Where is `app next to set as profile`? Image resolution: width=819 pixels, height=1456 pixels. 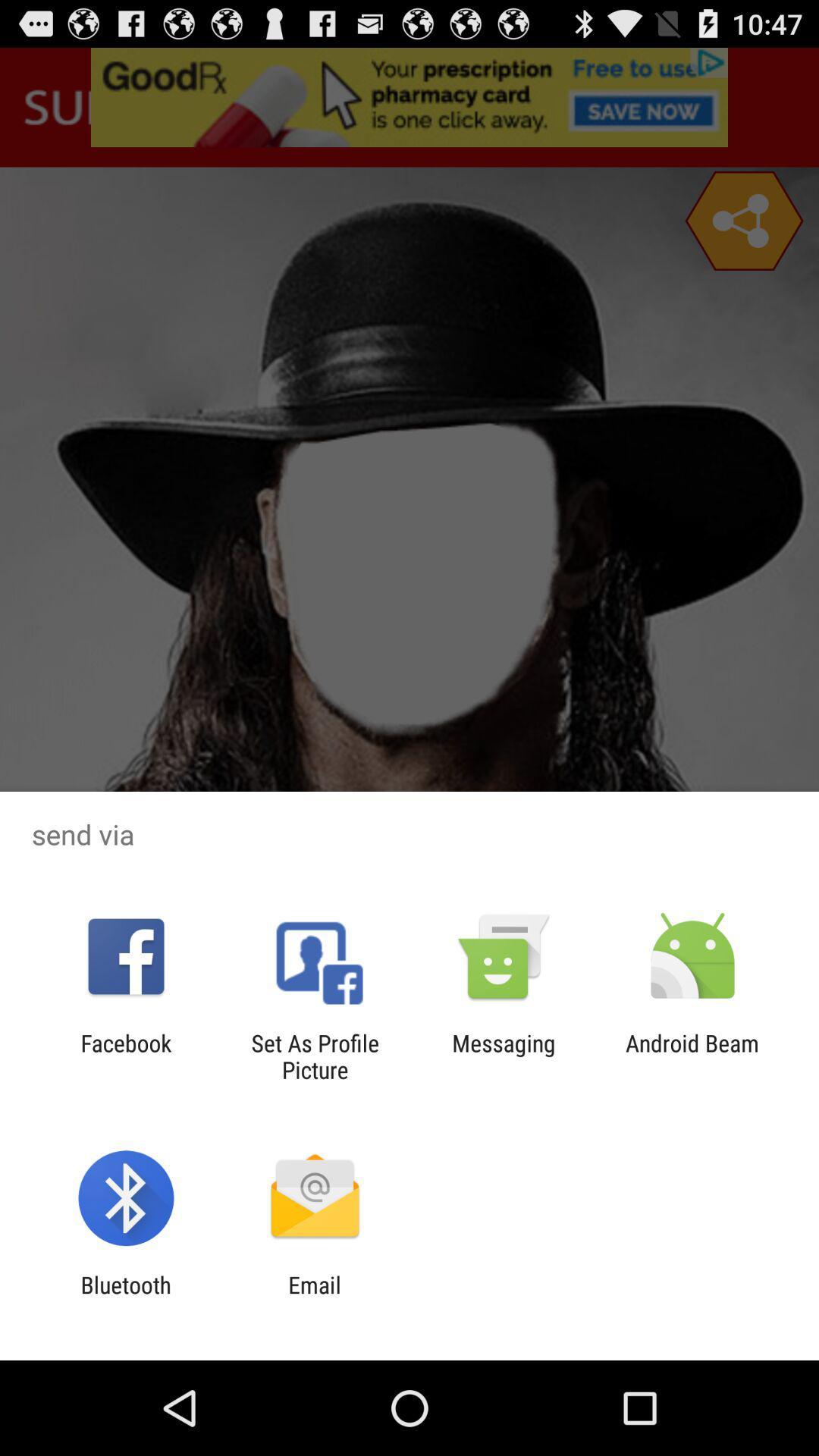 app next to set as profile is located at coordinates (125, 1056).